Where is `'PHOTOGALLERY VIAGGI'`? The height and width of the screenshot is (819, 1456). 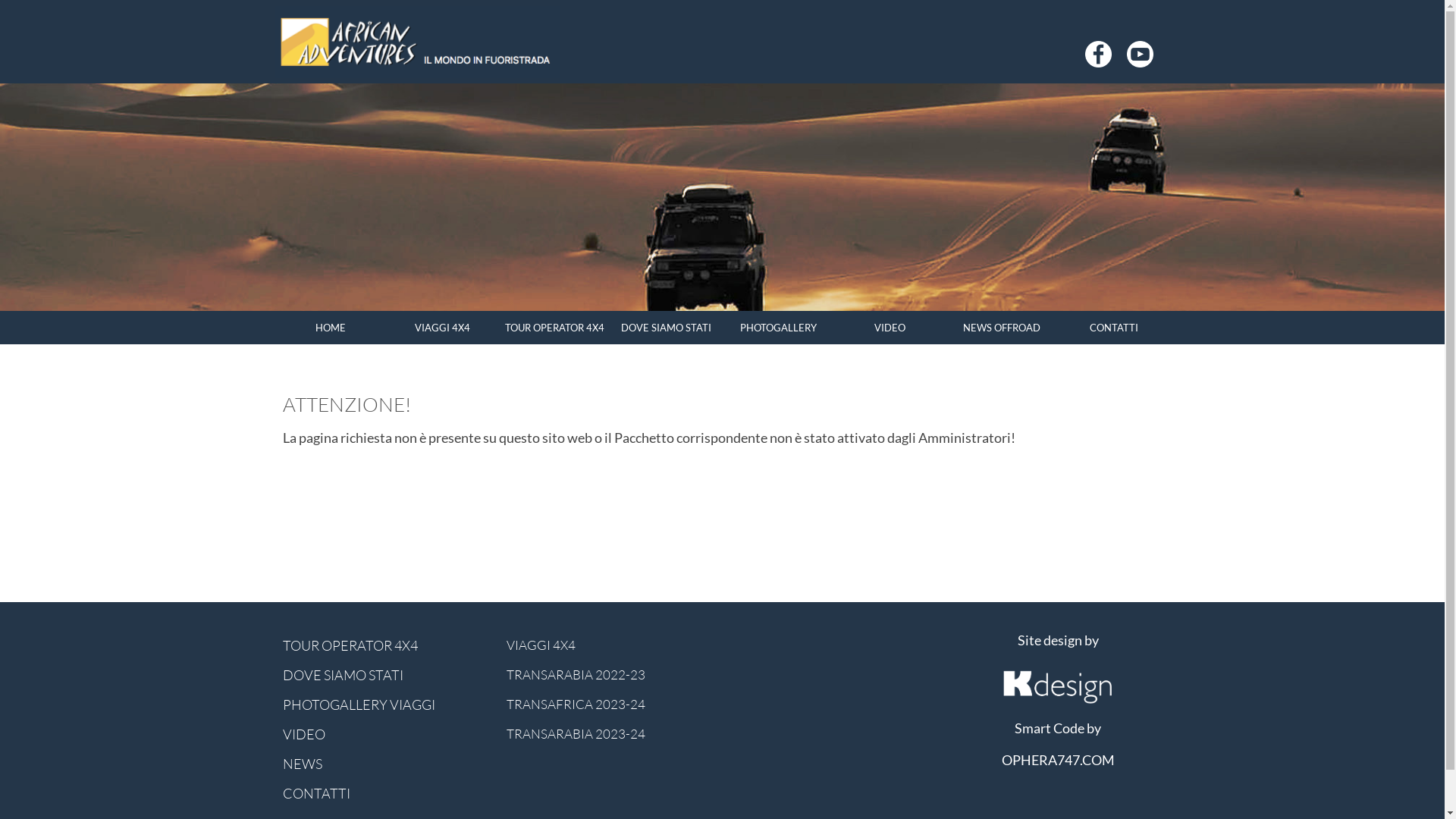
'PHOTOGALLERY VIAGGI' is located at coordinates (386, 704).